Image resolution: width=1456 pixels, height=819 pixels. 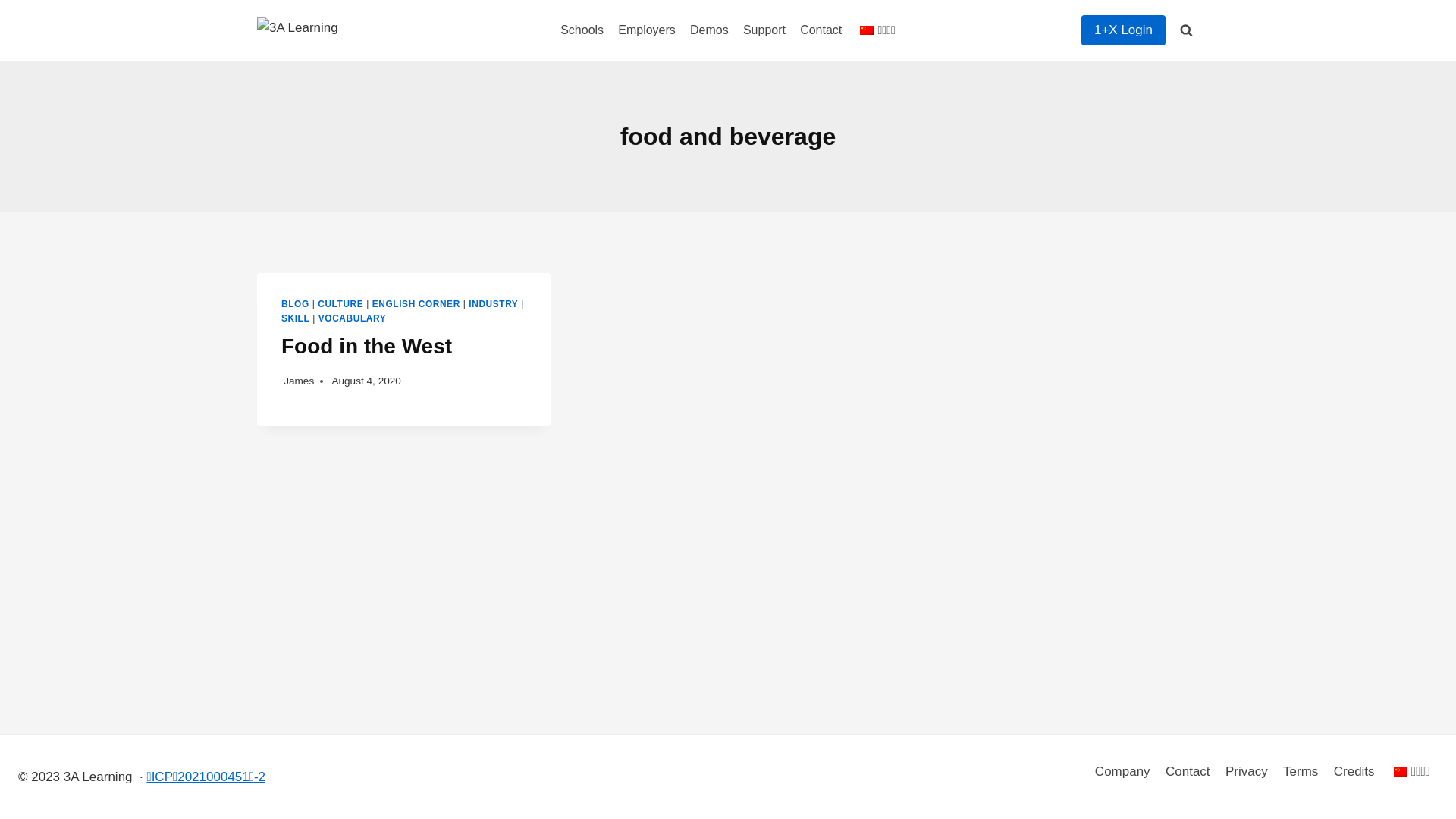 I want to click on 'Employers', so click(x=647, y=30).